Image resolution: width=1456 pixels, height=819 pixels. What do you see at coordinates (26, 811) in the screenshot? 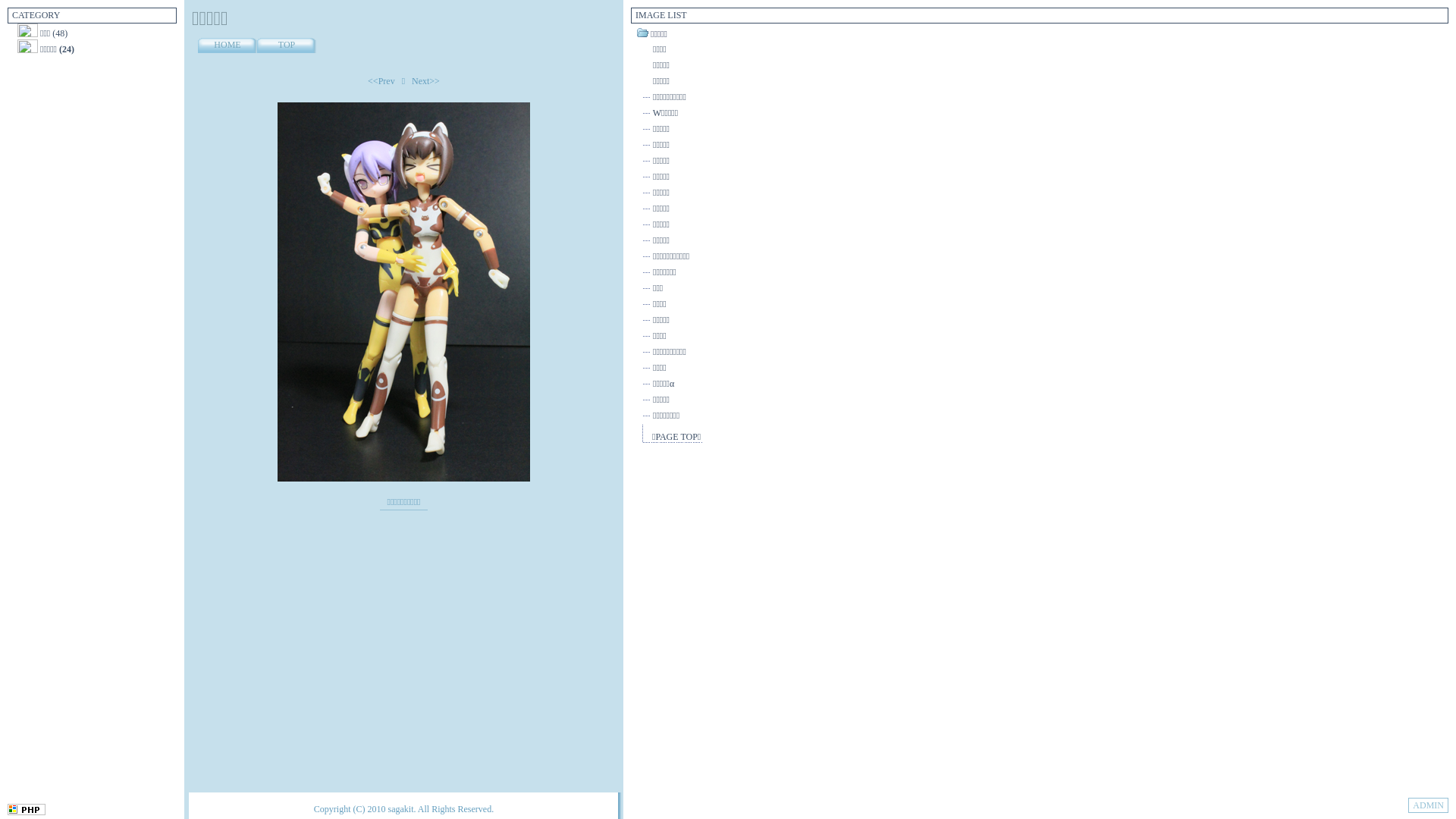
I see `'NiconicoPHP'` at bounding box center [26, 811].